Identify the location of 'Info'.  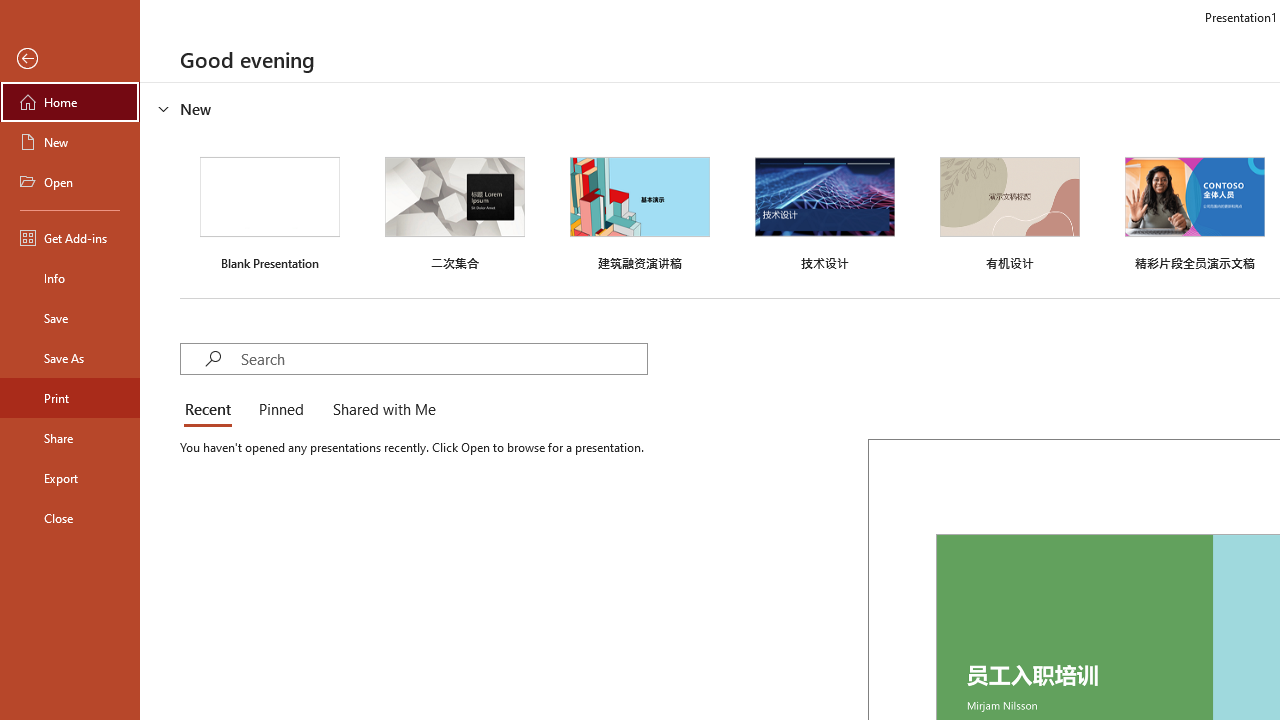
(69, 277).